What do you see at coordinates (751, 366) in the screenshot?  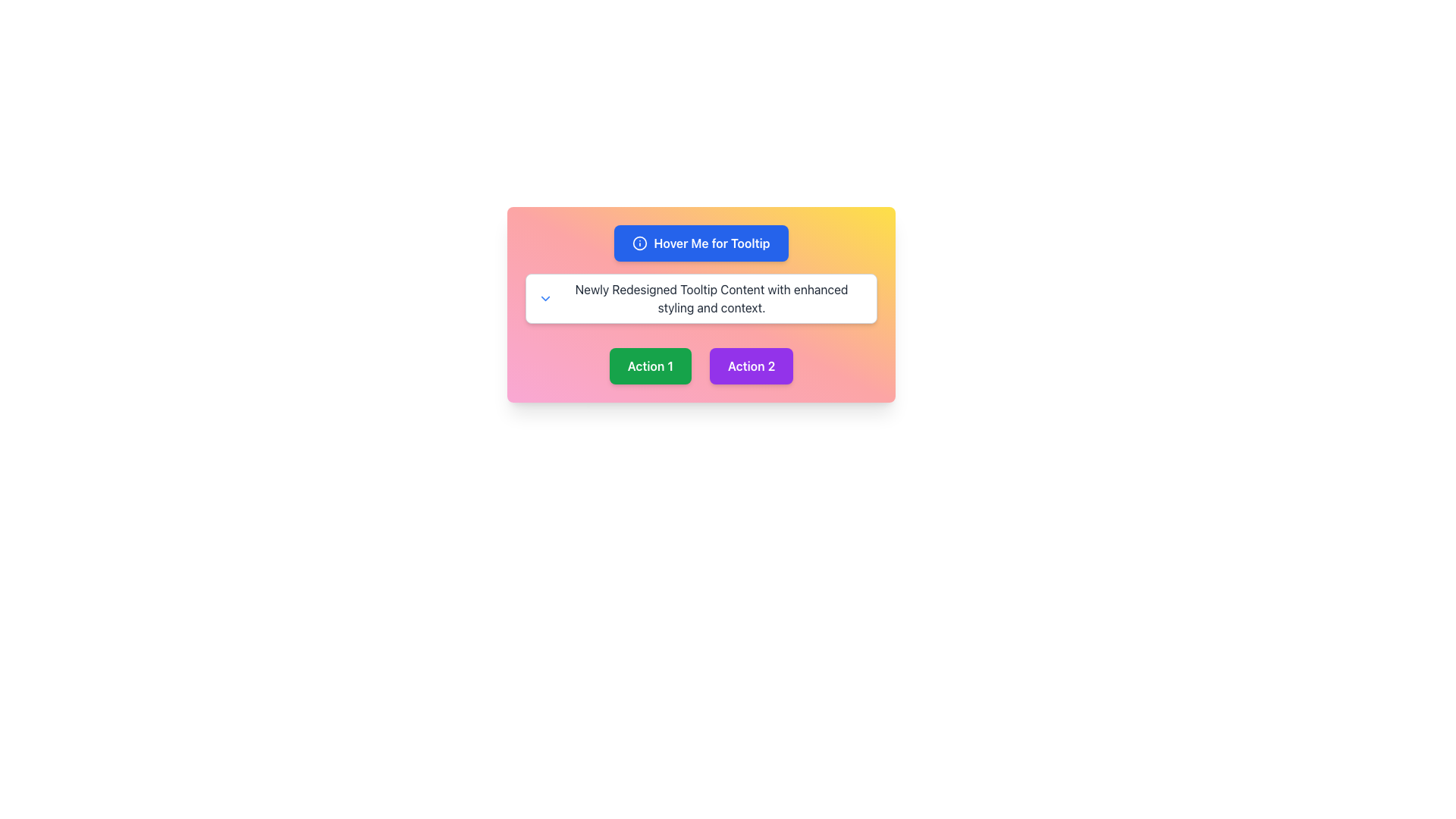 I see `the 'Action 2' button located at the bottom right of the card` at bounding box center [751, 366].